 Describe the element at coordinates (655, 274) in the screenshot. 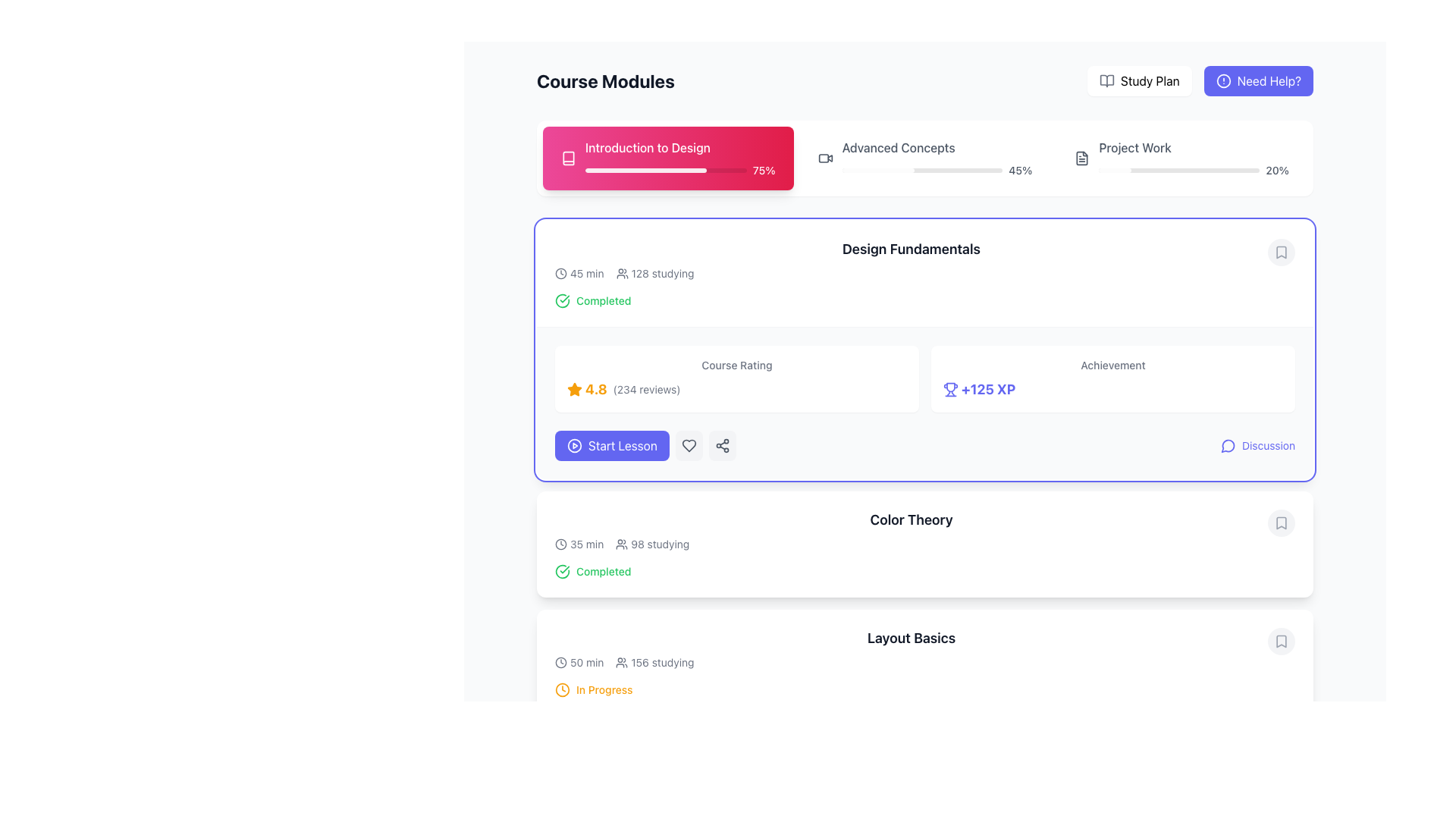

I see `the static label with the icon that displays the number '128', indicating user engagement metrics, positioned to the right of the '45 min' text within the 'Design Fundamentals' area` at that location.